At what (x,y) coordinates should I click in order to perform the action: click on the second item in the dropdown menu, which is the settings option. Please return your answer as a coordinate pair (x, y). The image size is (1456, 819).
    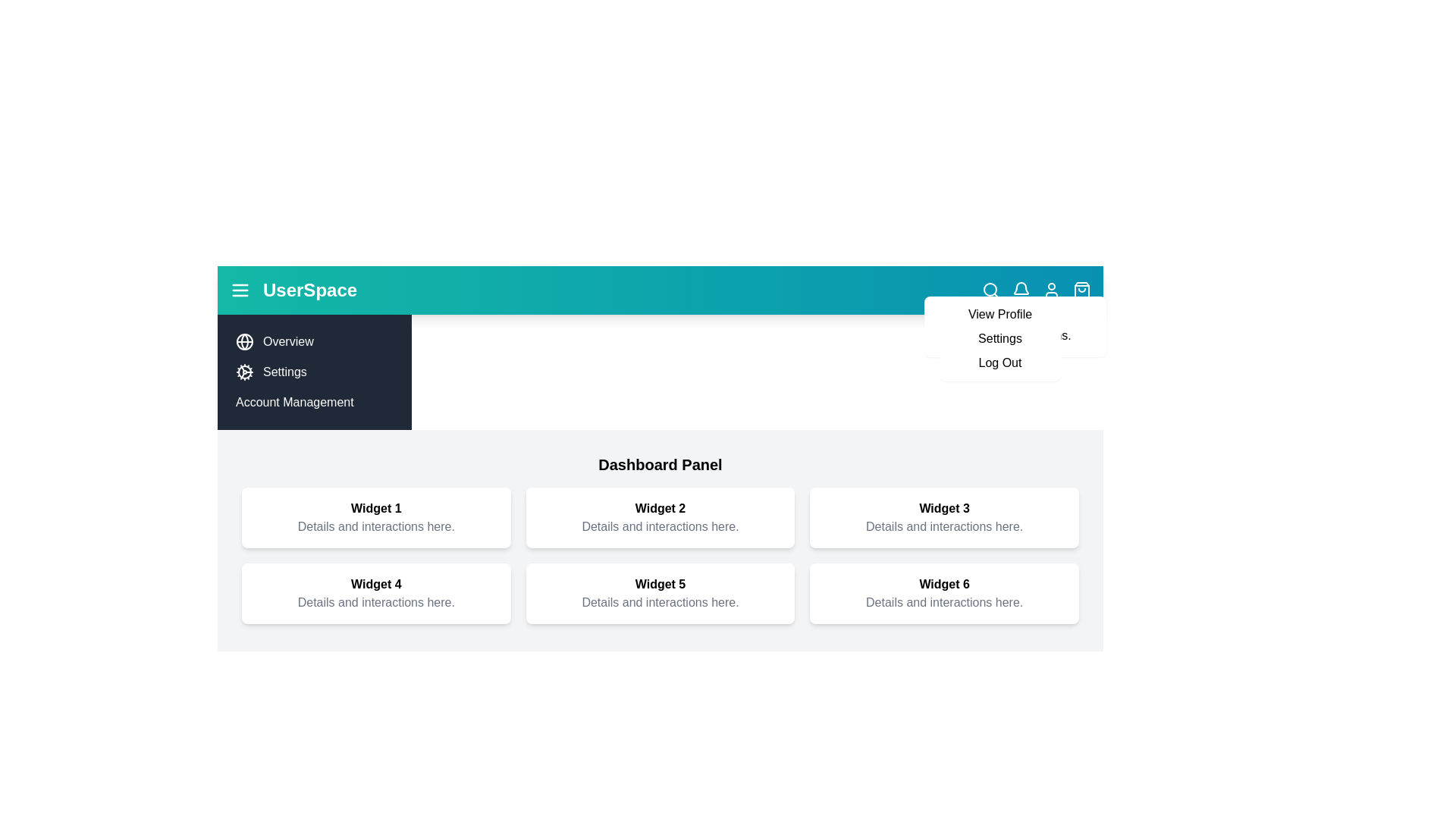
    Looking at the image, I should click on (1000, 338).